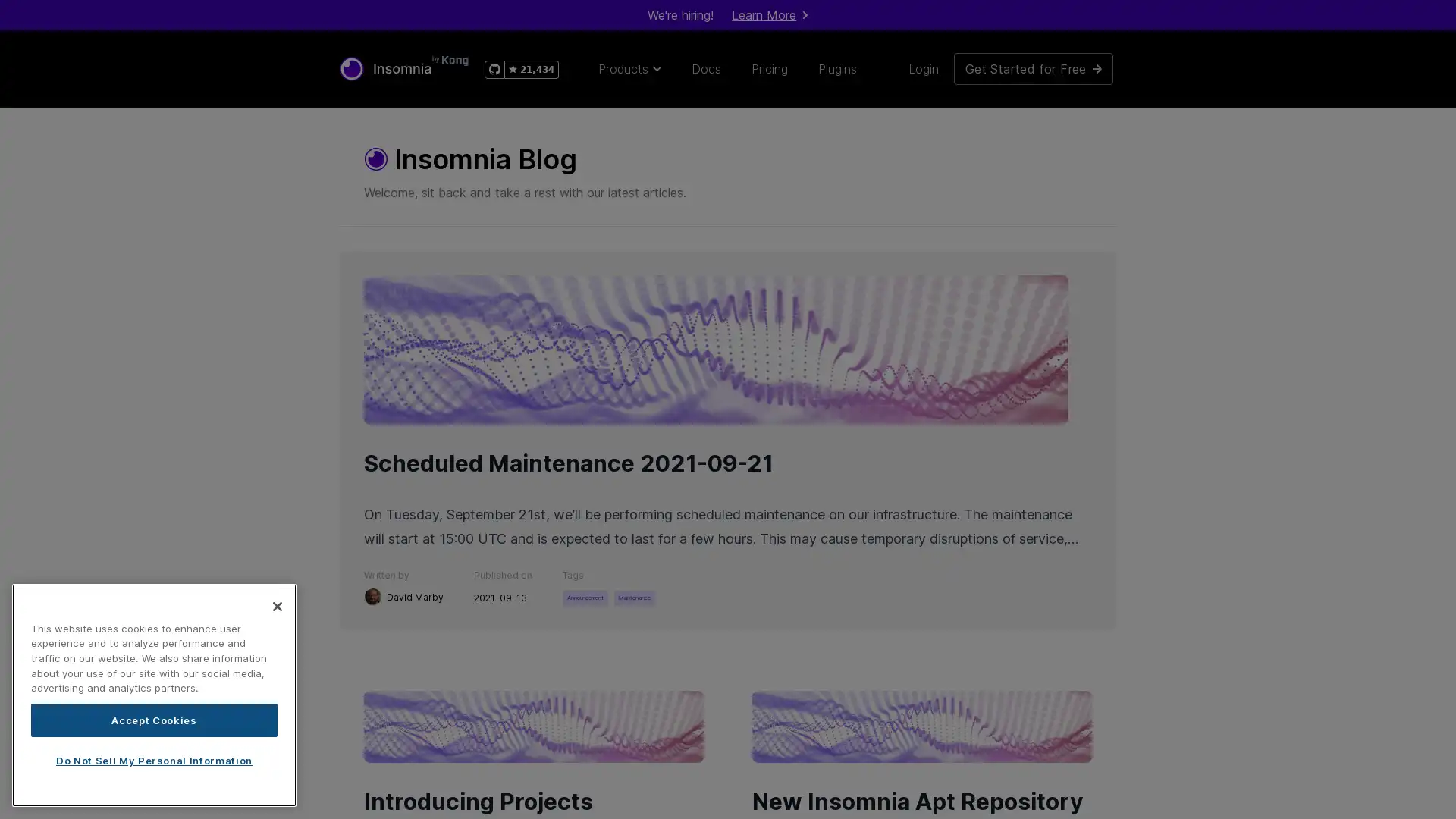 The height and width of the screenshot is (819, 1456). Describe the element at coordinates (154, 719) in the screenshot. I see `Accept Cookies` at that location.